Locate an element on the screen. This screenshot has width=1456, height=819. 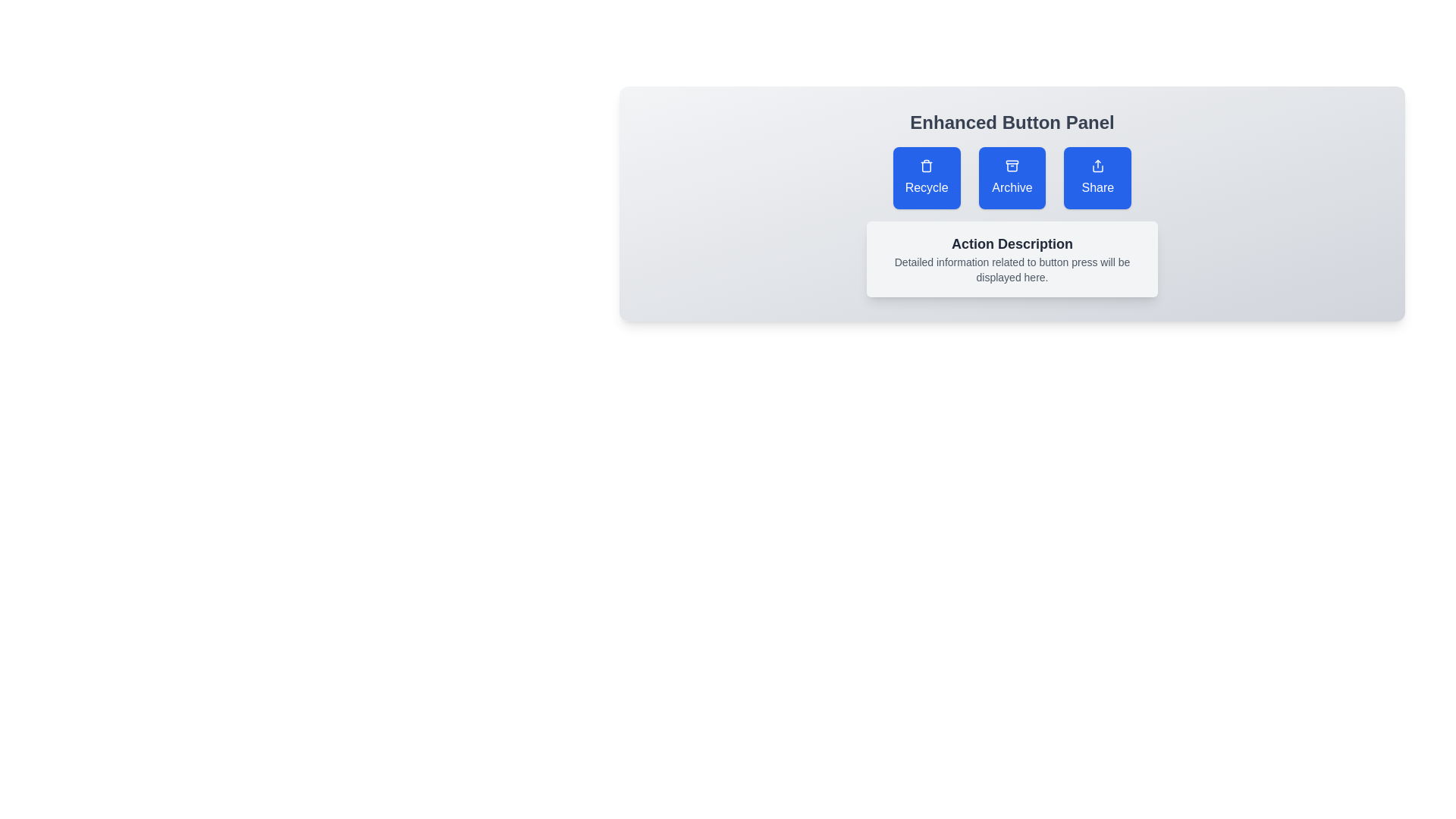
the Archive icon, which is centered within the second button from the left in the horizontal layout of buttons marked 'Recycle,' 'Archive,' and 'Share.' is located at coordinates (1012, 166).